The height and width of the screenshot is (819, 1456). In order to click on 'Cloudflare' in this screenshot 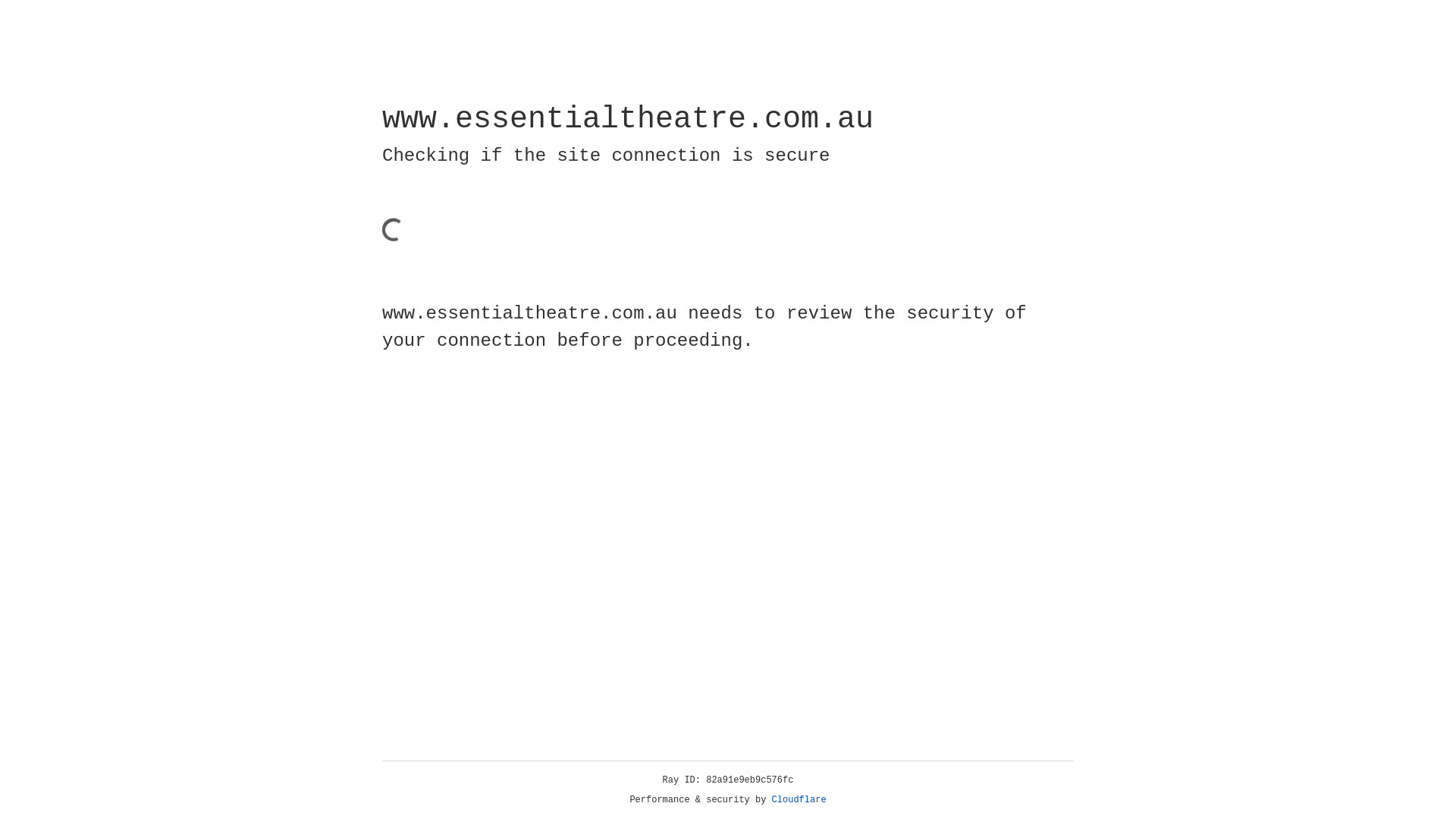, I will do `click(799, 799)`.